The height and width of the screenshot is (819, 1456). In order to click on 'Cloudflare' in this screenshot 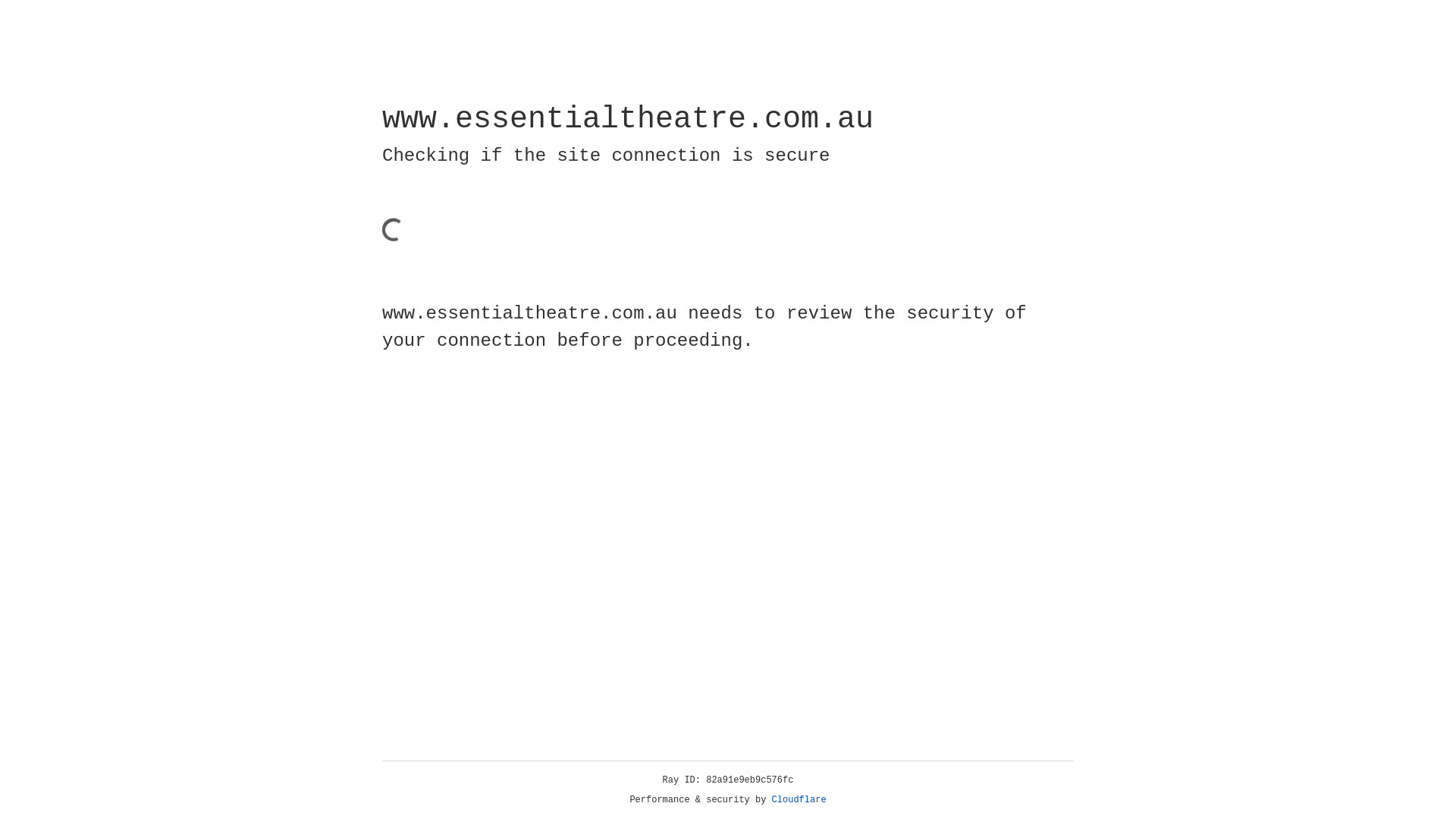, I will do `click(799, 799)`.